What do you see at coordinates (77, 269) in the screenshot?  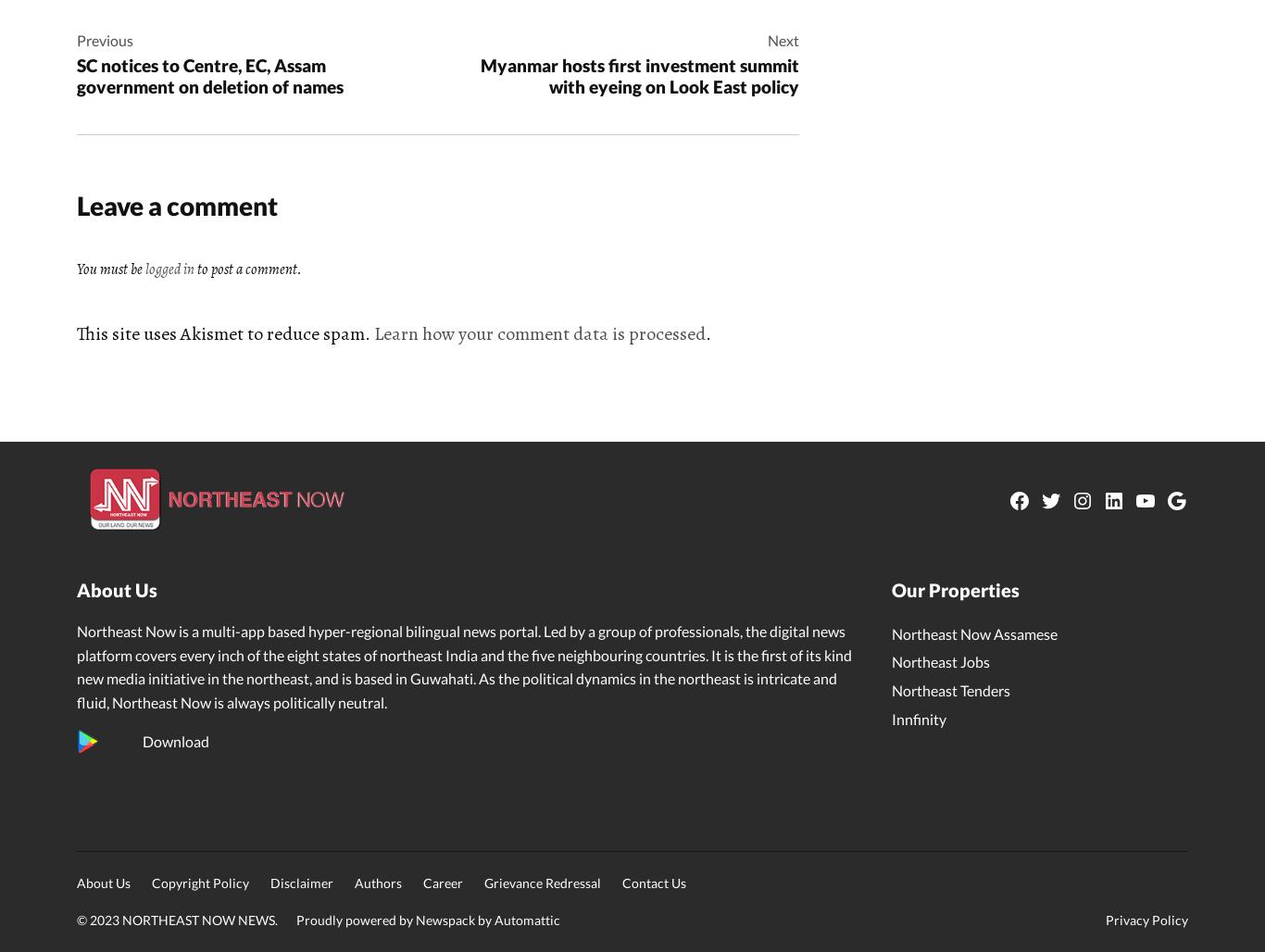 I see `'You must be'` at bounding box center [77, 269].